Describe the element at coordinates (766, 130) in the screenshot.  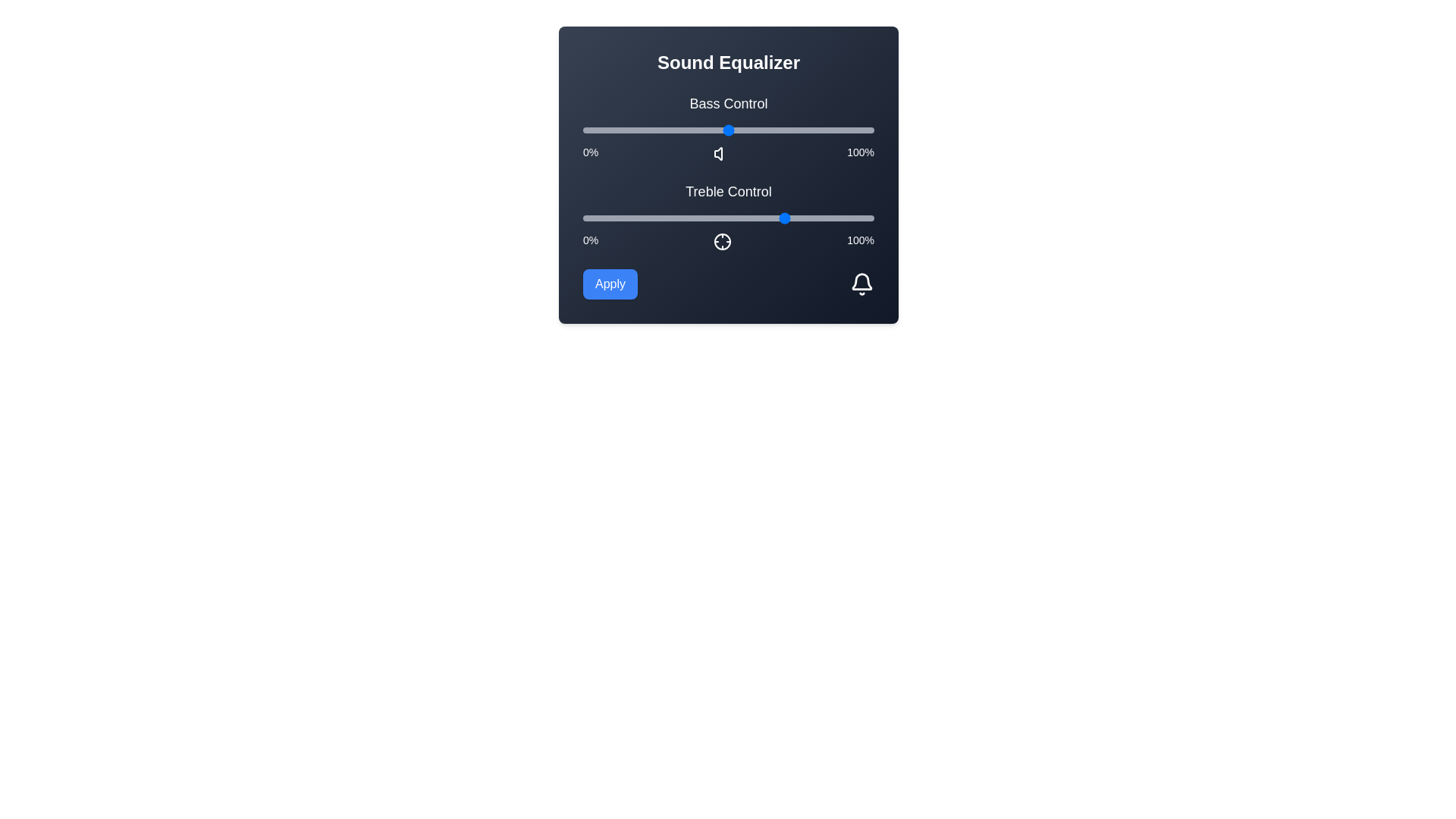
I see `the bass control slider to 63%` at that location.